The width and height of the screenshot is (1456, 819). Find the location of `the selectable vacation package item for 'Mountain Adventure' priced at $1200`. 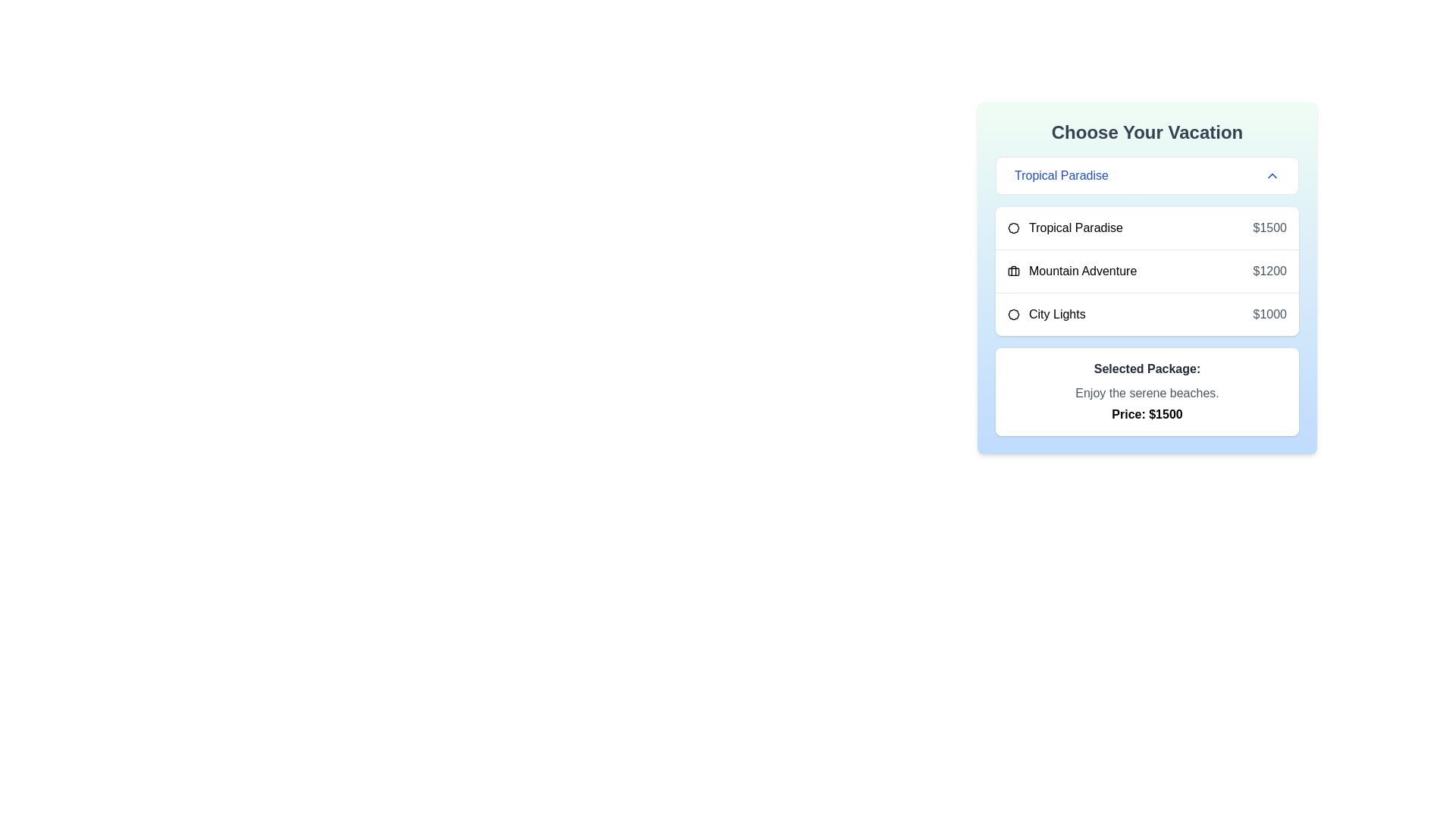

the selectable vacation package item for 'Mountain Adventure' priced at $1200 is located at coordinates (1147, 270).